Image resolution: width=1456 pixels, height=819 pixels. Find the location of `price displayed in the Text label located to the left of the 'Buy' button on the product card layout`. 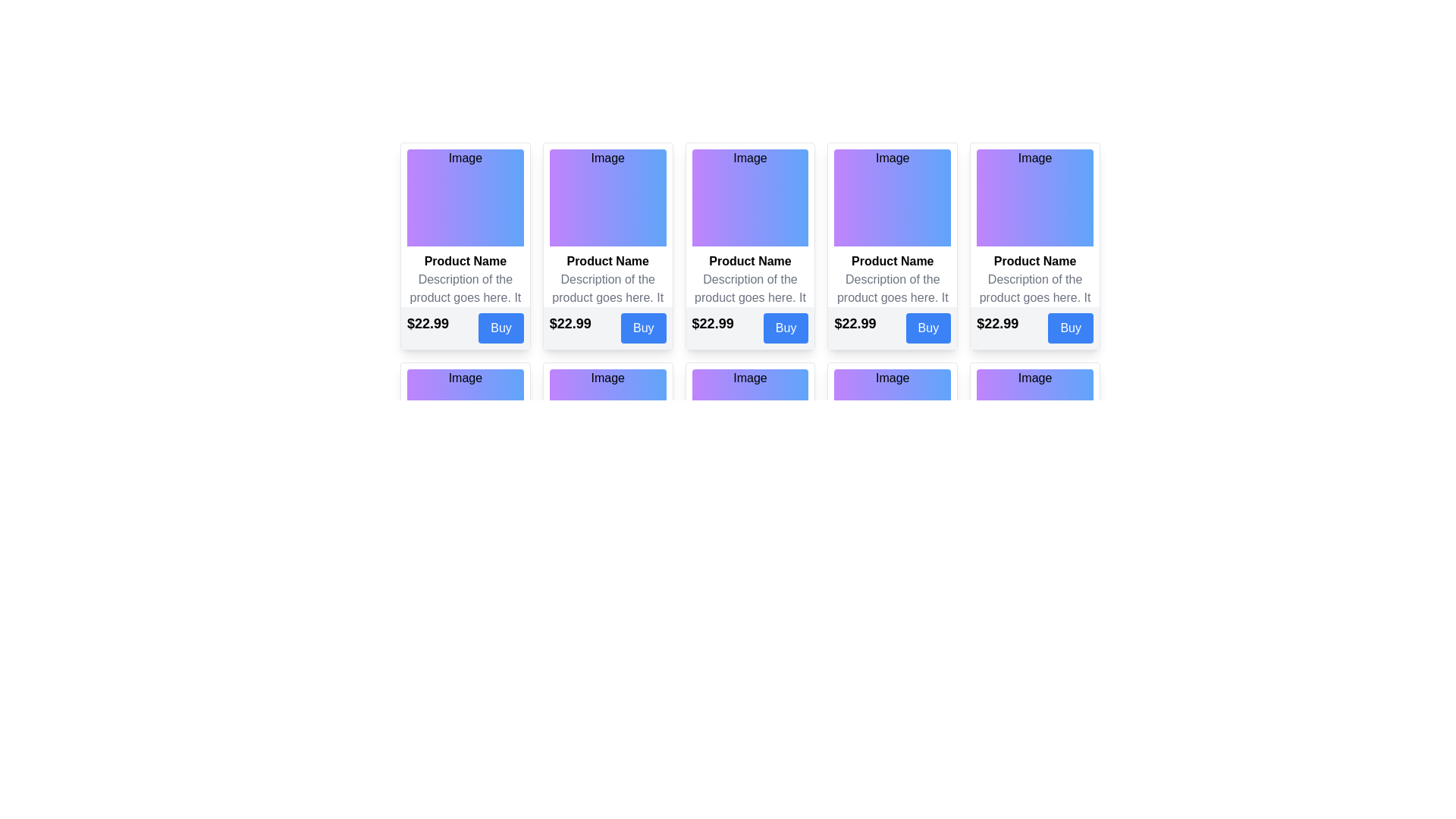

price displayed in the Text label located to the left of the 'Buy' button on the product card layout is located at coordinates (712, 327).